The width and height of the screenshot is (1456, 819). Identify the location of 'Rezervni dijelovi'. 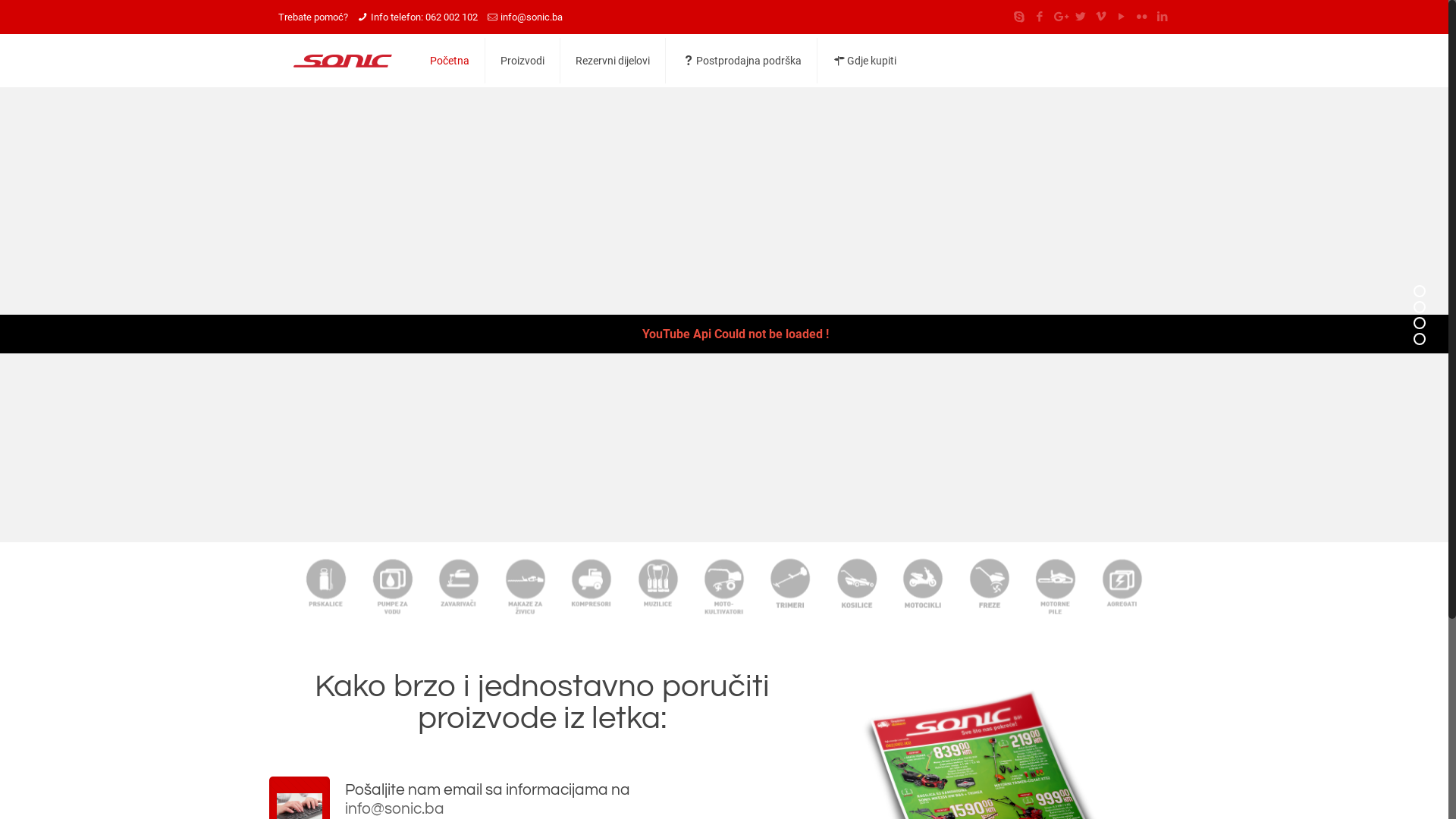
(613, 60).